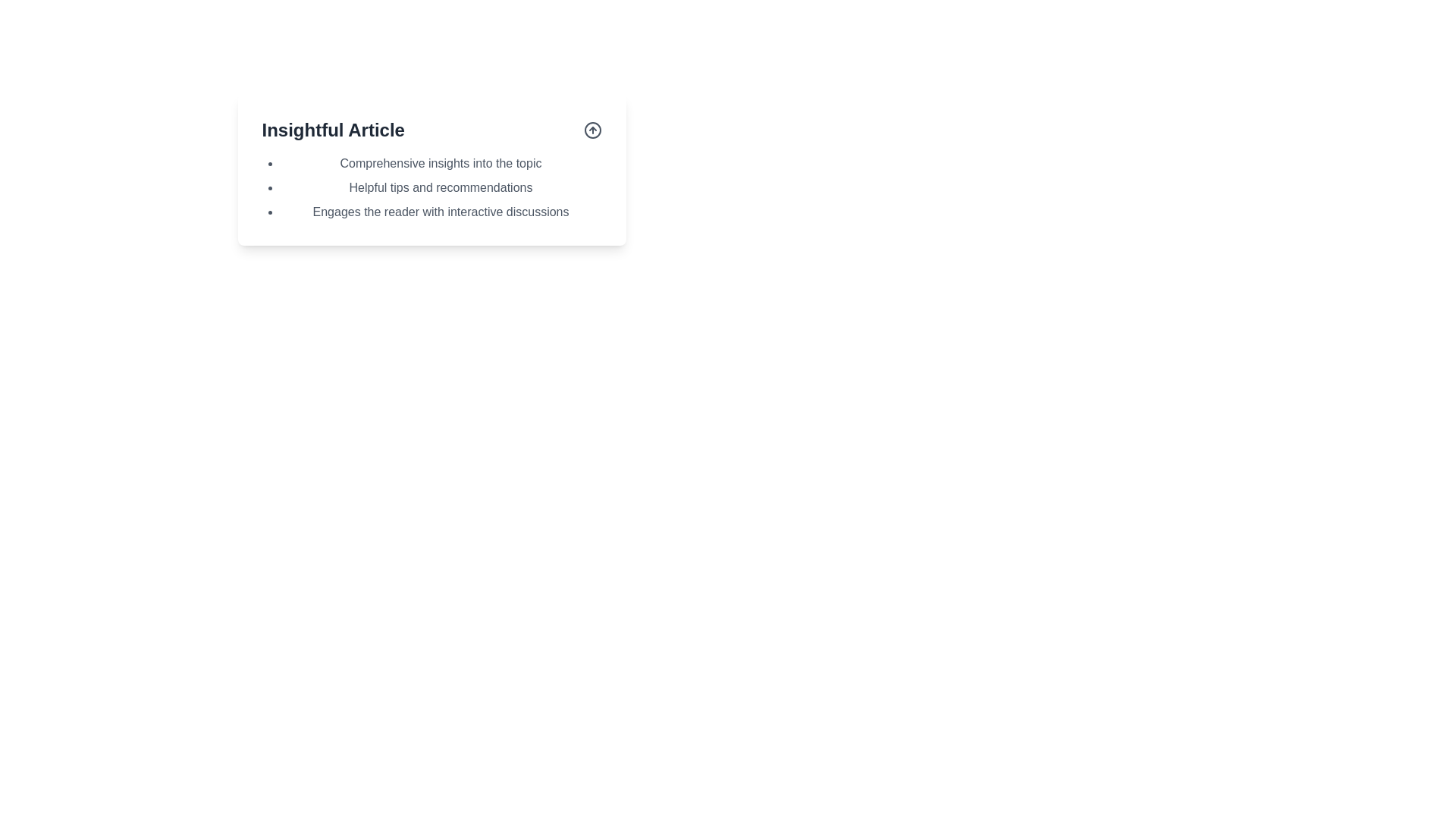 The width and height of the screenshot is (1456, 819). What do you see at coordinates (440, 187) in the screenshot?
I see `the second bulleted list item under the section 'Insightful Article', which provides helpful tips and recommendations` at bounding box center [440, 187].